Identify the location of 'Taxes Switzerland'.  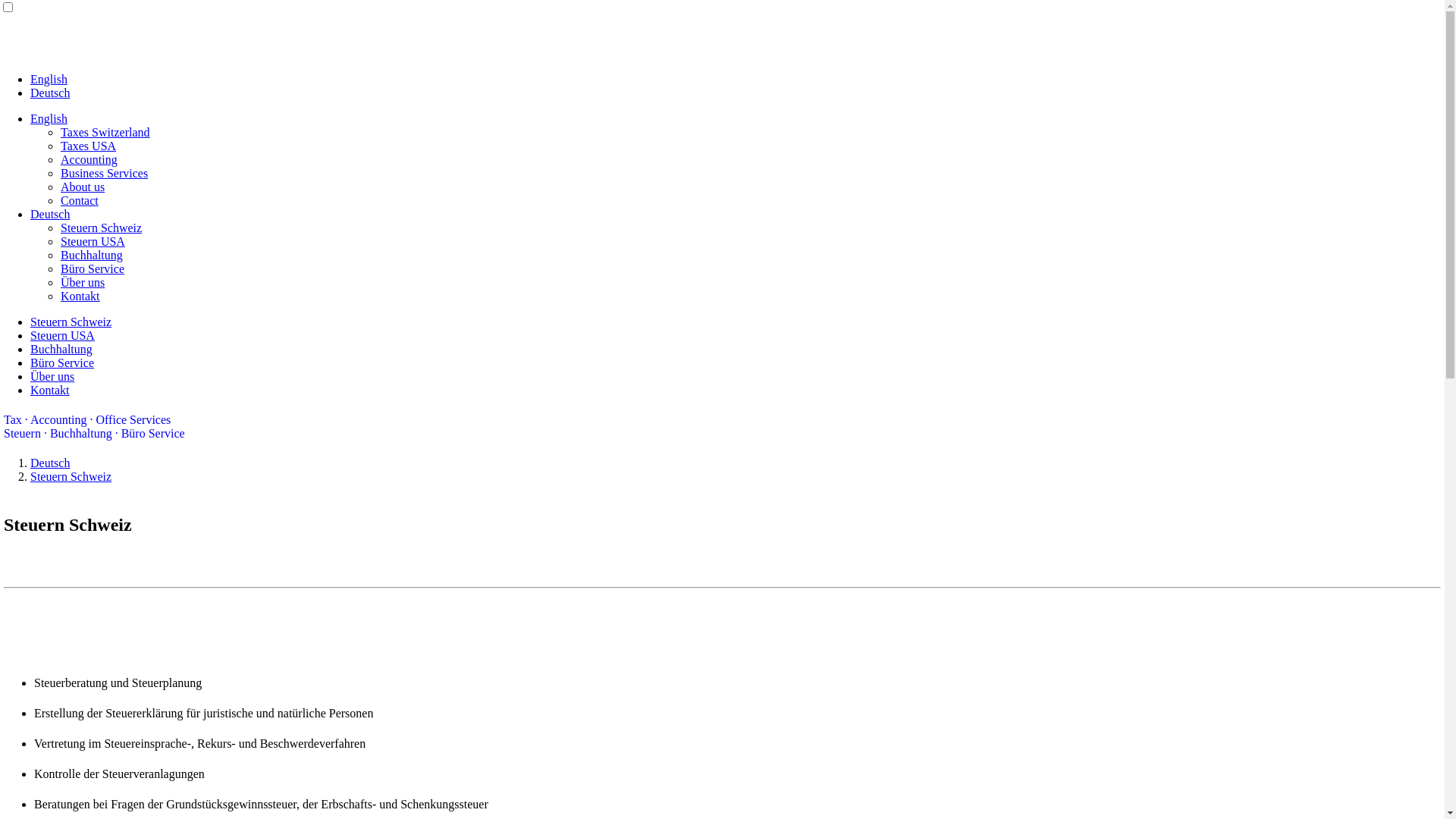
(105, 131).